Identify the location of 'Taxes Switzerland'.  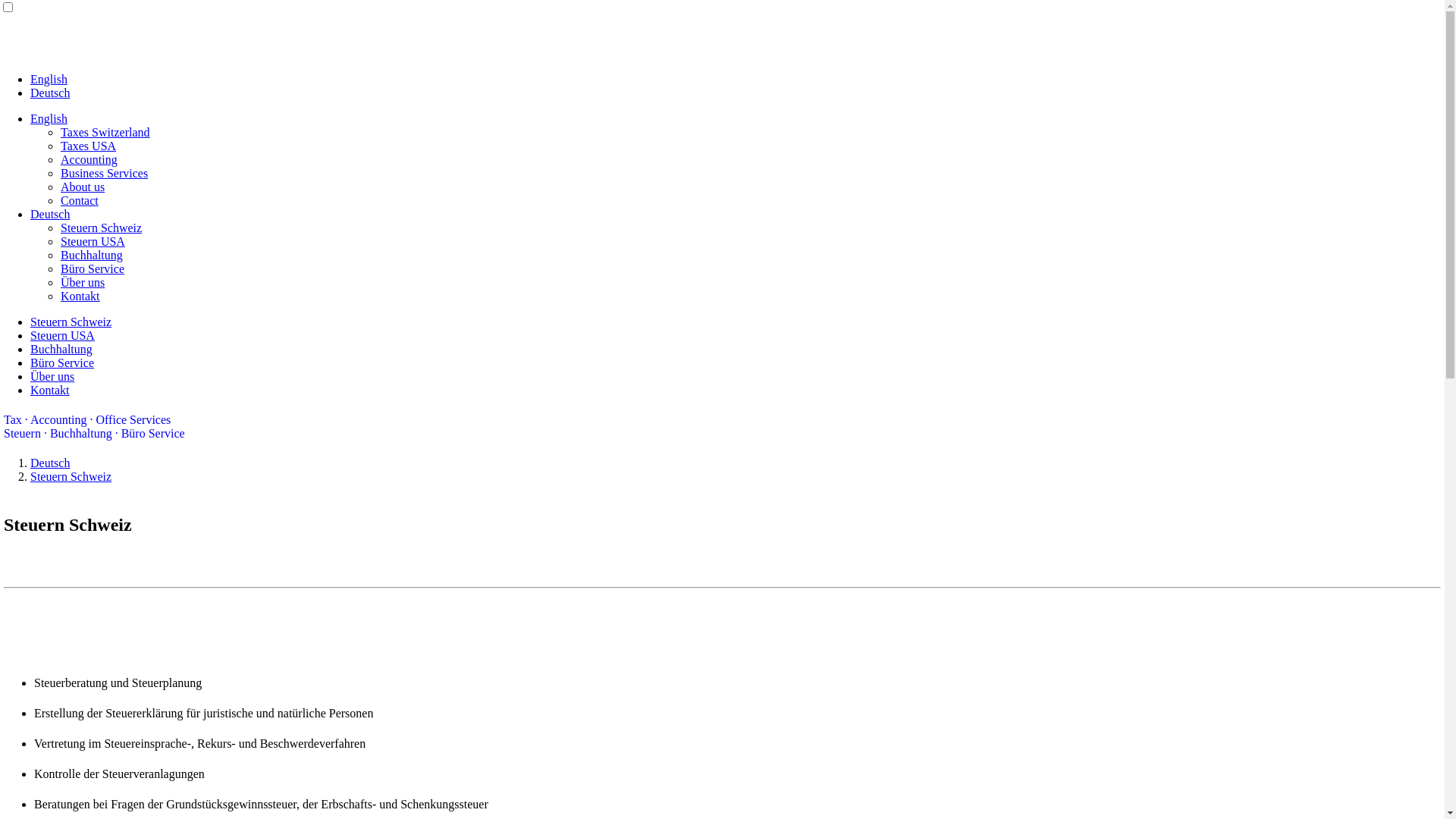
(105, 131).